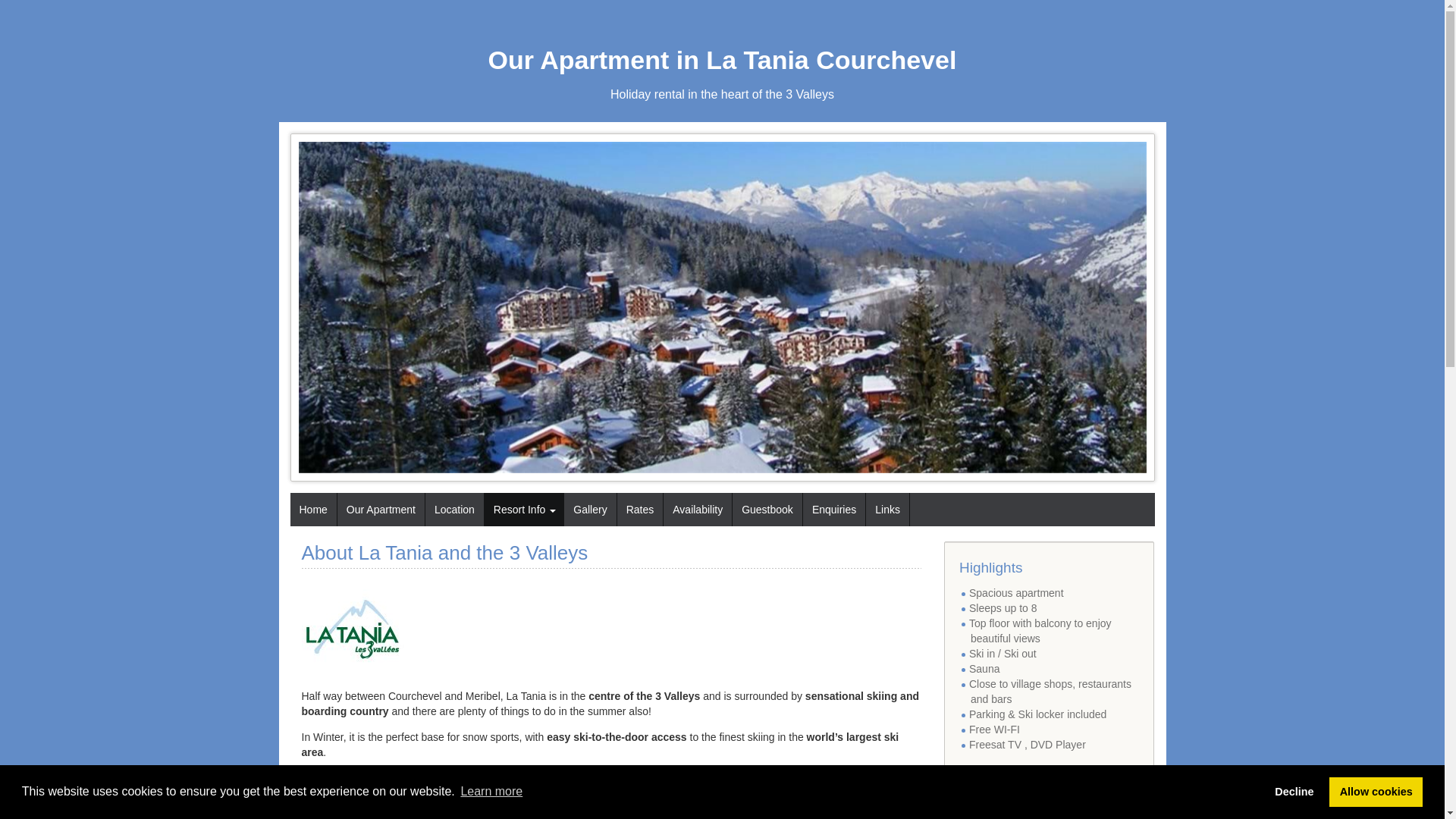 This screenshot has height=819, width=1456. I want to click on 'Rates', so click(640, 509).